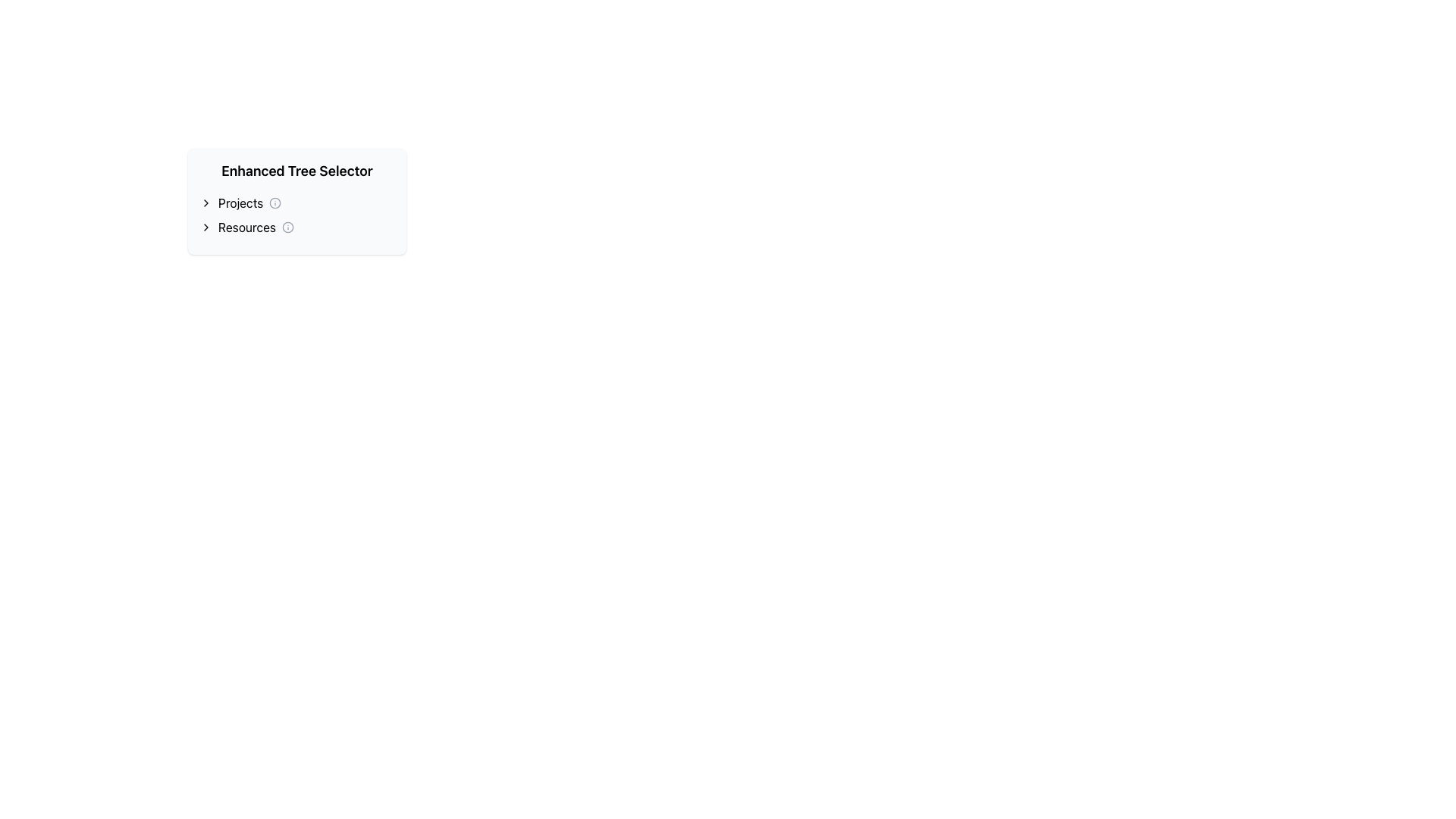  Describe the element at coordinates (206, 227) in the screenshot. I see `the expand/collapse icon located to the left of the 'Resources' text label` at that location.